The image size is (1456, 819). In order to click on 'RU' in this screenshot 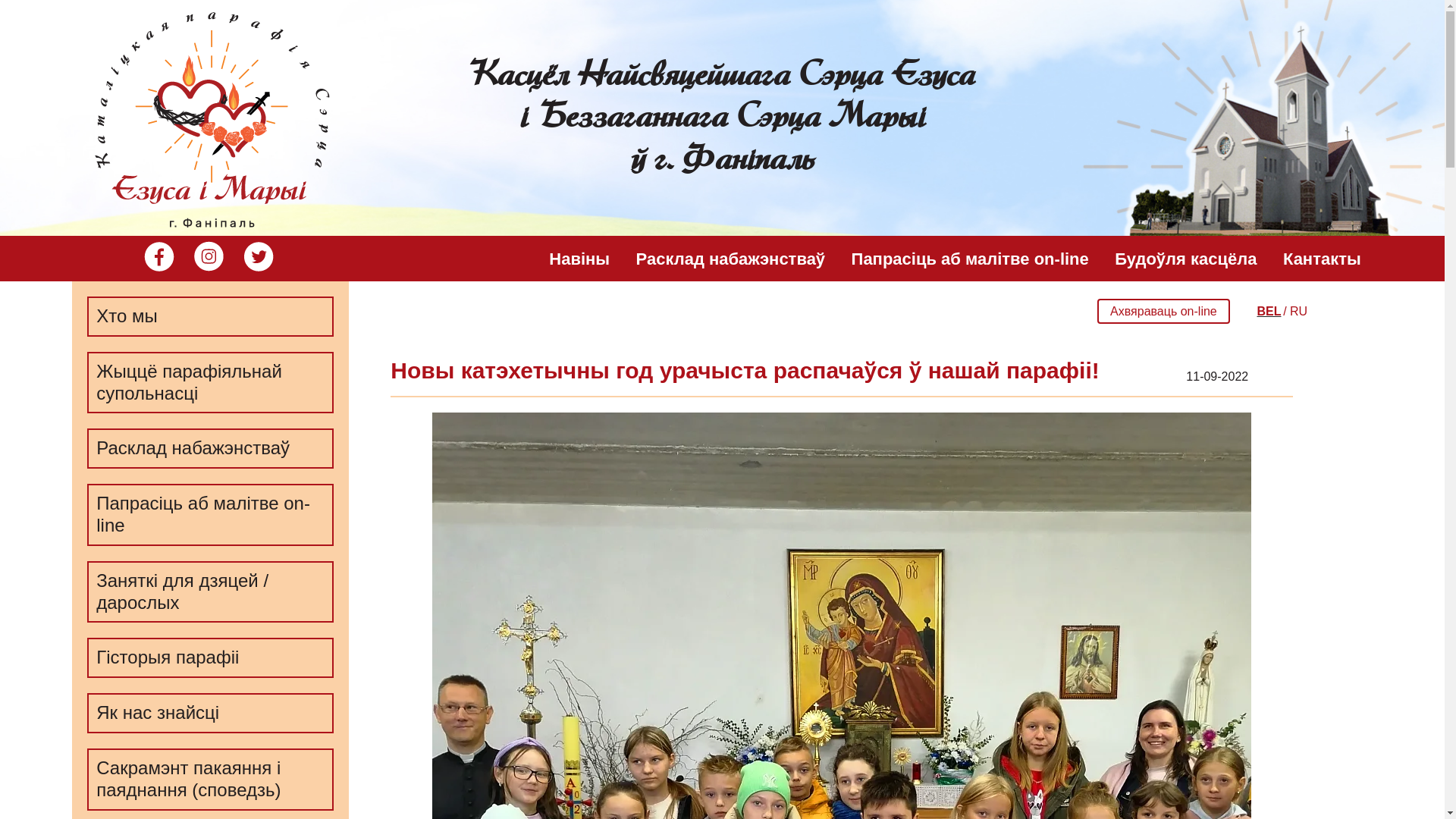, I will do `click(1288, 310)`.